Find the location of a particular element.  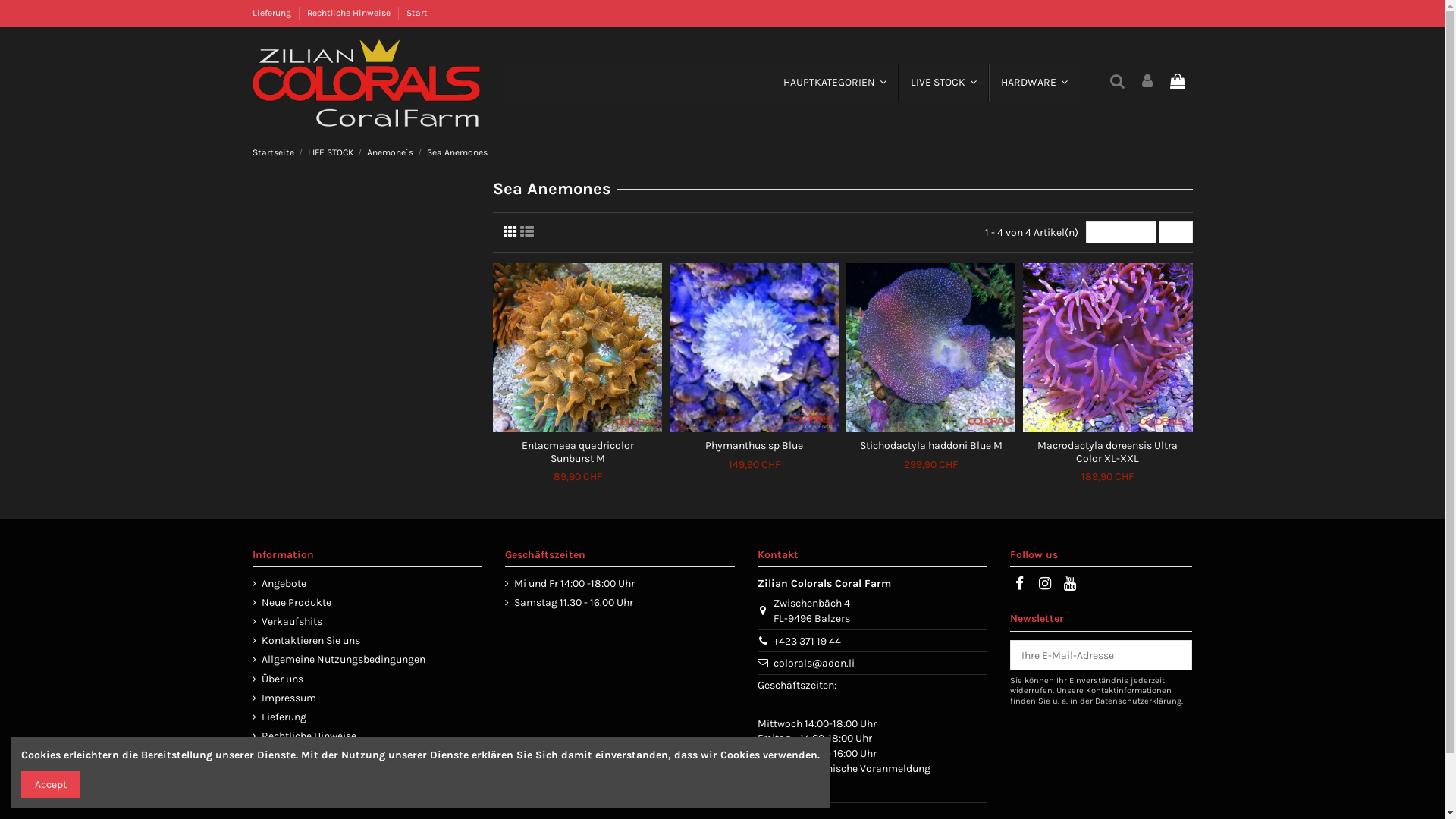

'Angebote' is located at coordinates (251, 583).